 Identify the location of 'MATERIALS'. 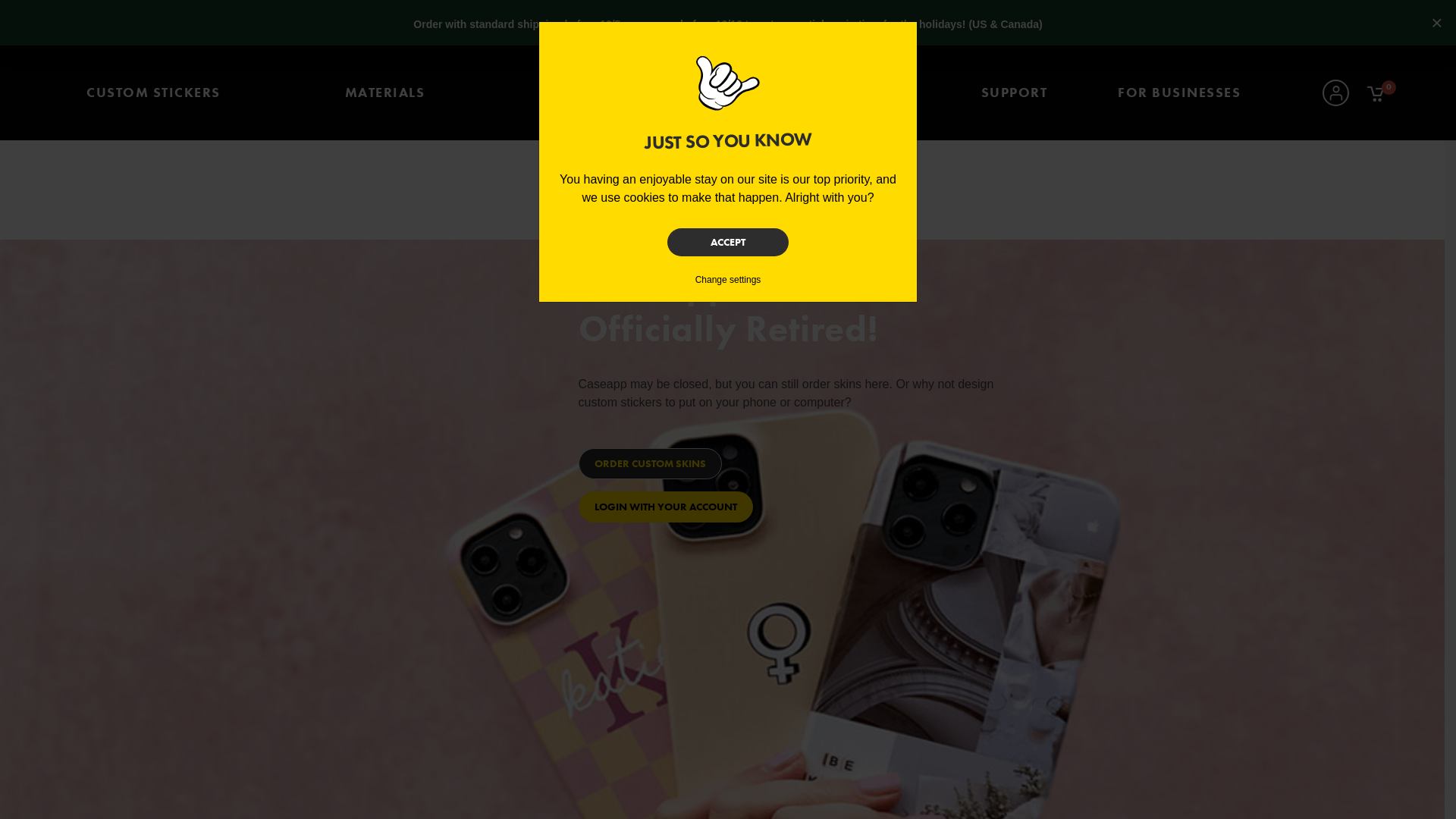
(385, 93).